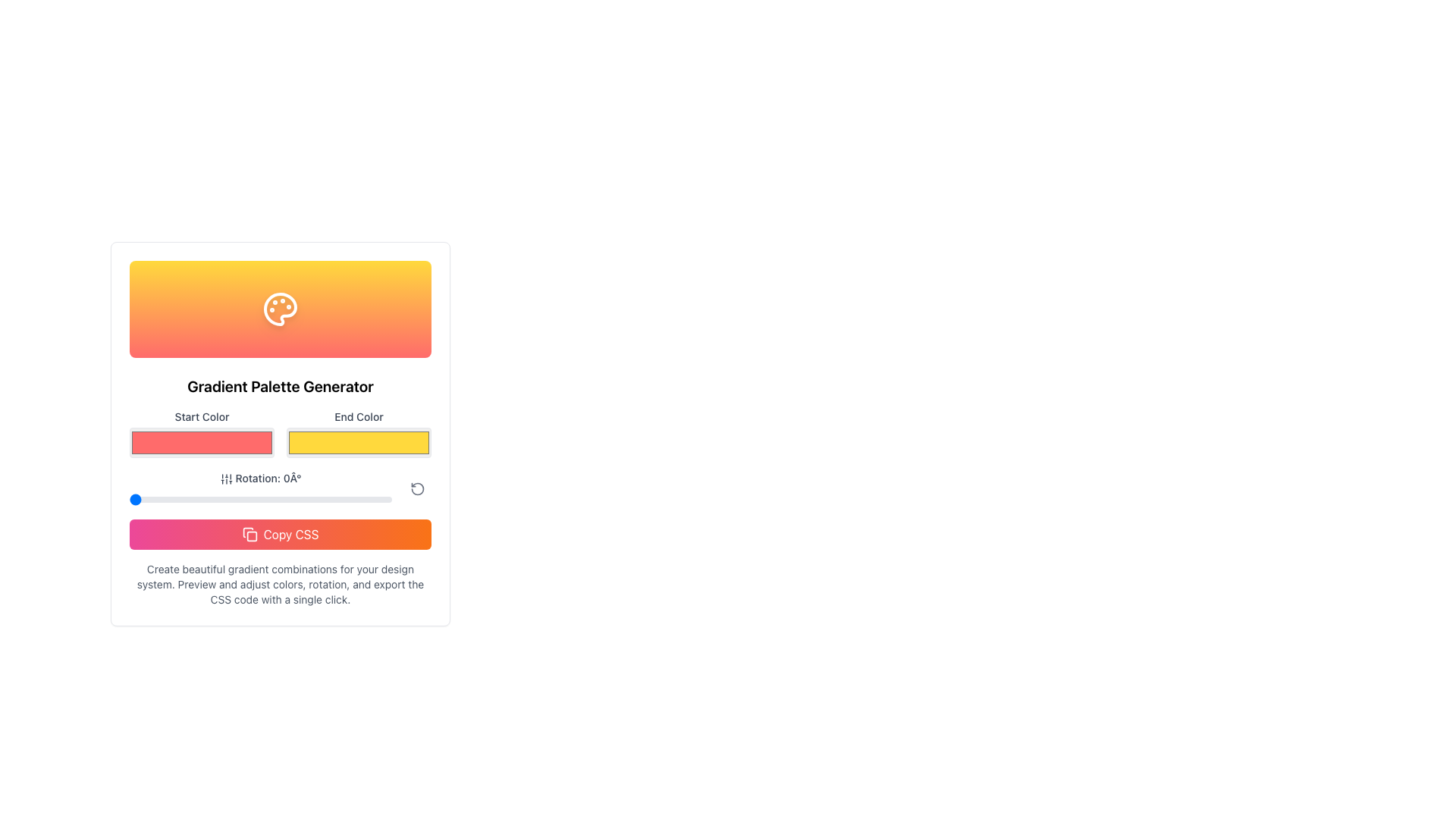 Image resolution: width=1456 pixels, height=819 pixels. Describe the element at coordinates (172, 500) in the screenshot. I see `rotation` at that location.